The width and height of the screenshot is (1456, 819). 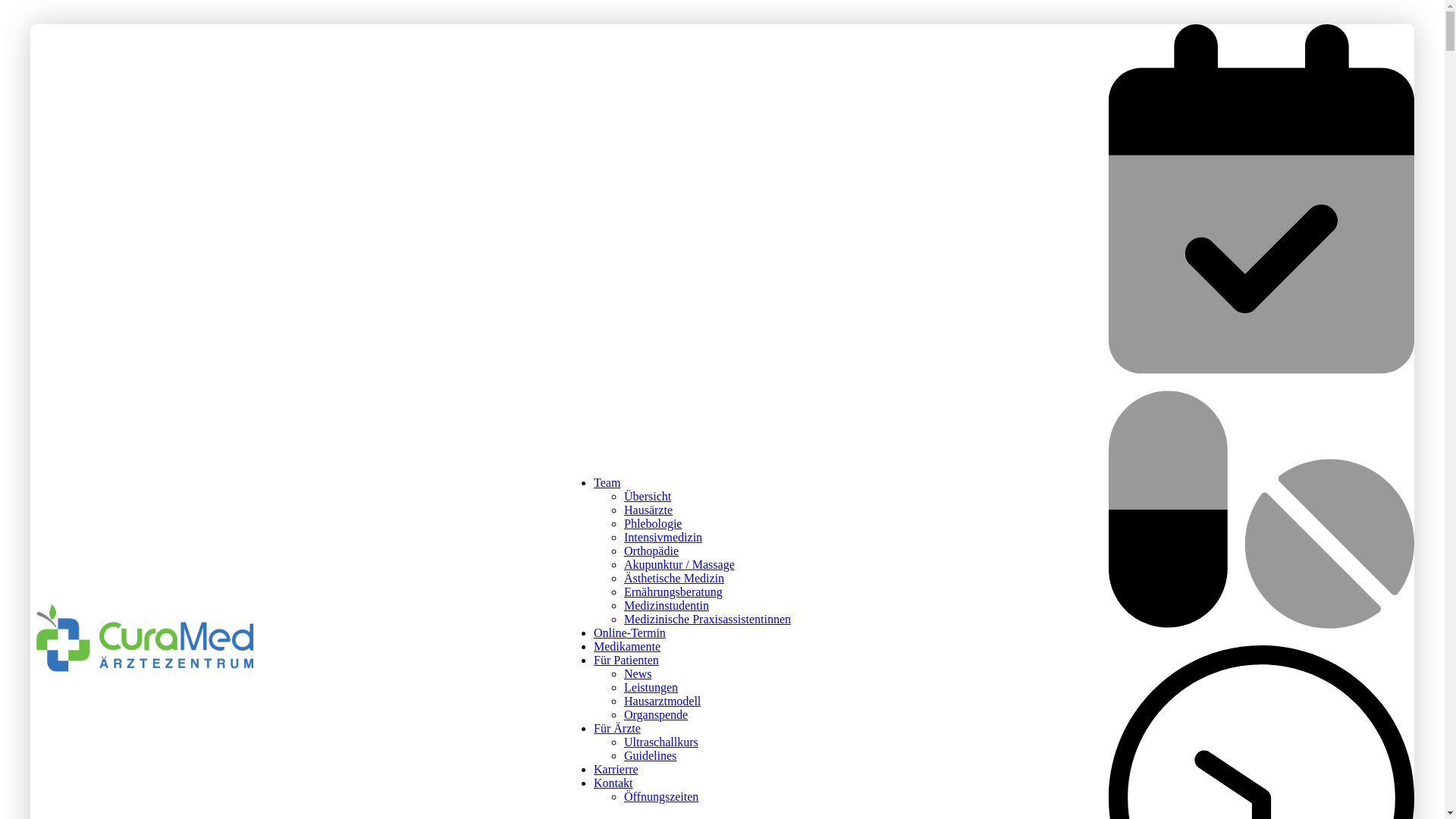 I want to click on 'Intensivmedizin', so click(x=663, y=536).